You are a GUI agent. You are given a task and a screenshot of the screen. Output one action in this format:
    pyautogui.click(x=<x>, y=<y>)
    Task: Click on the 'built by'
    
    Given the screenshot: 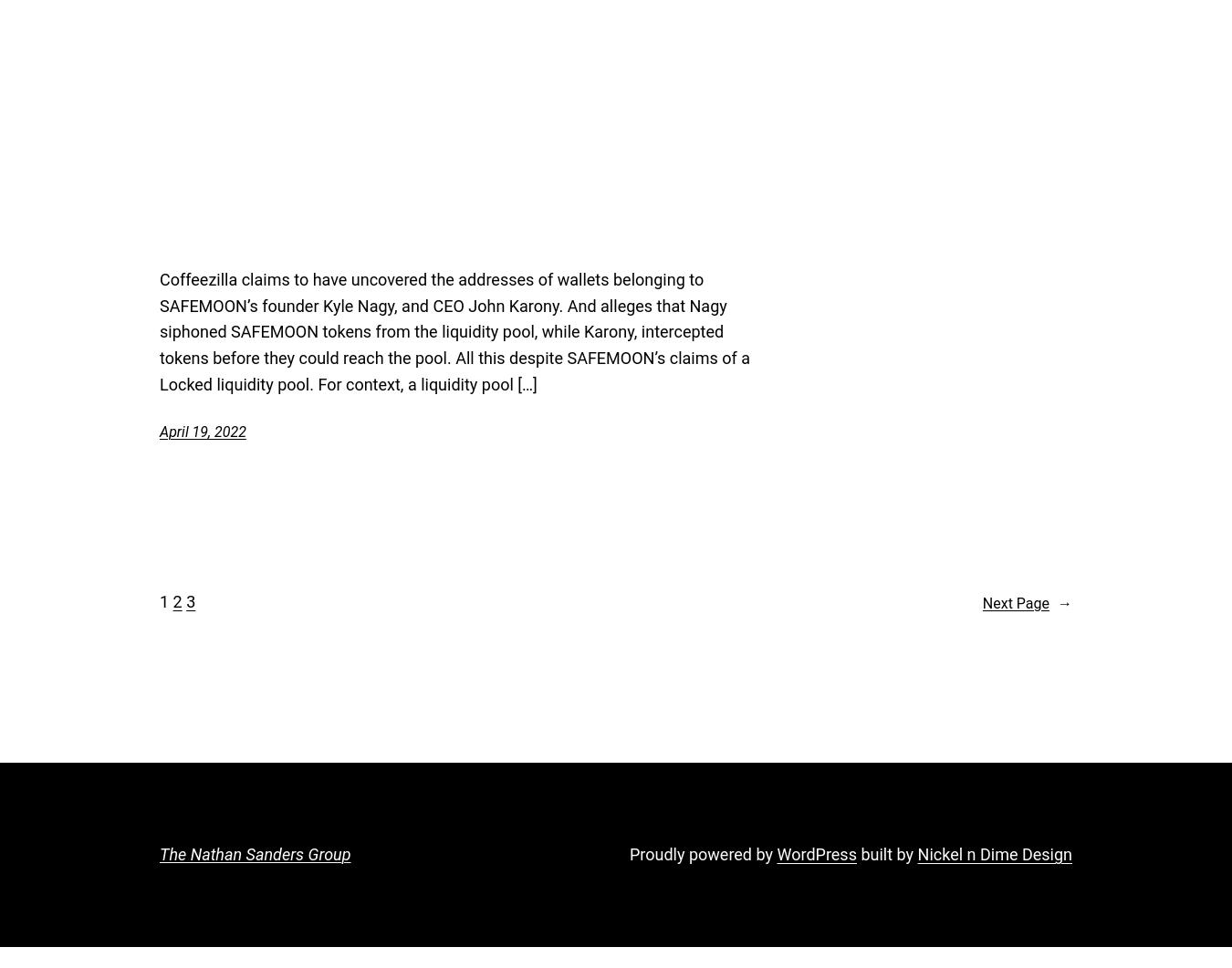 What is the action you would take?
    pyautogui.click(x=854, y=852)
    